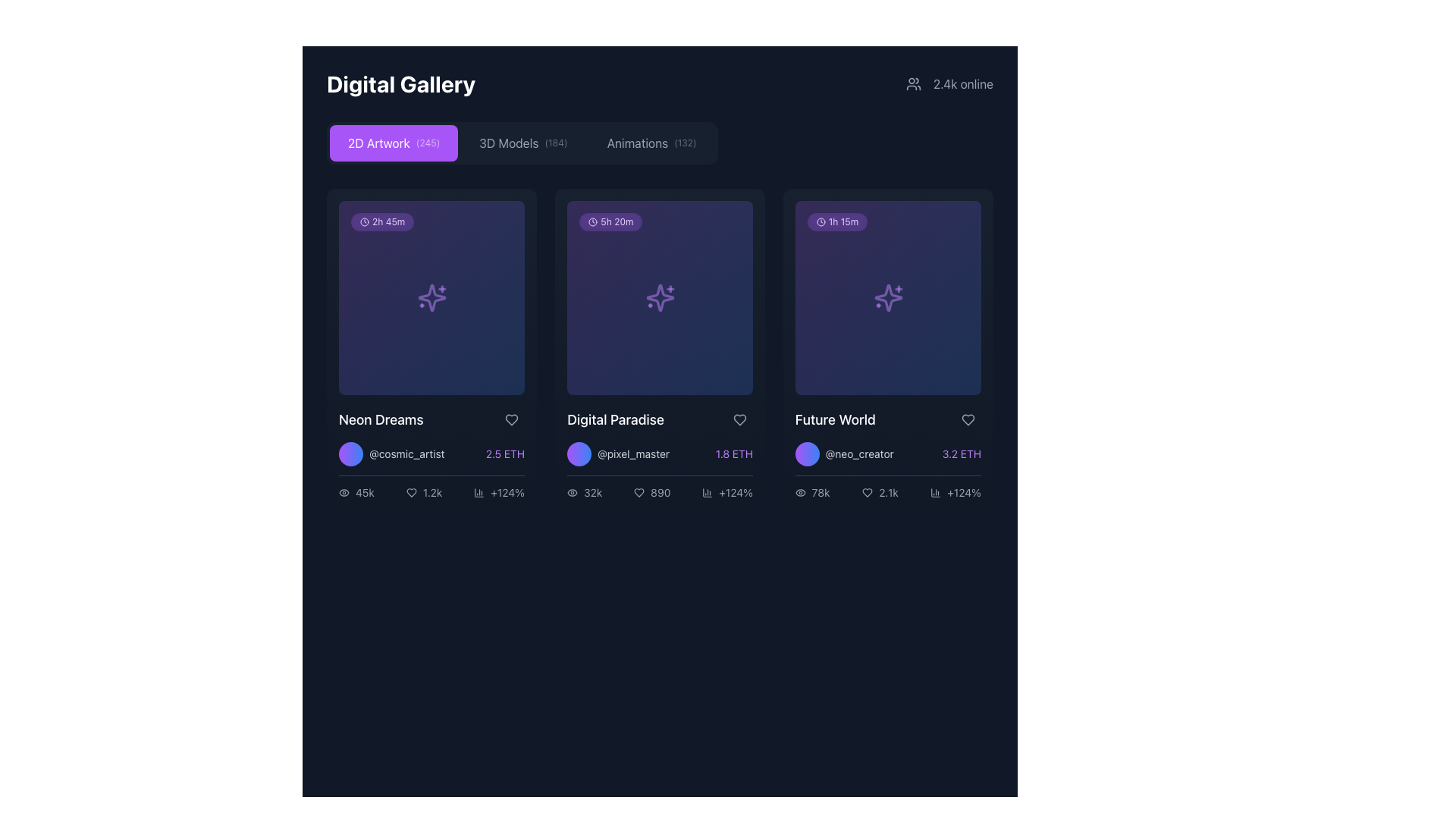 The width and height of the screenshot is (1456, 819). I want to click on the centered, stylized purple sparkles icon within the dark gradient card background for the 'Neon Dreams' listing, so click(431, 298).